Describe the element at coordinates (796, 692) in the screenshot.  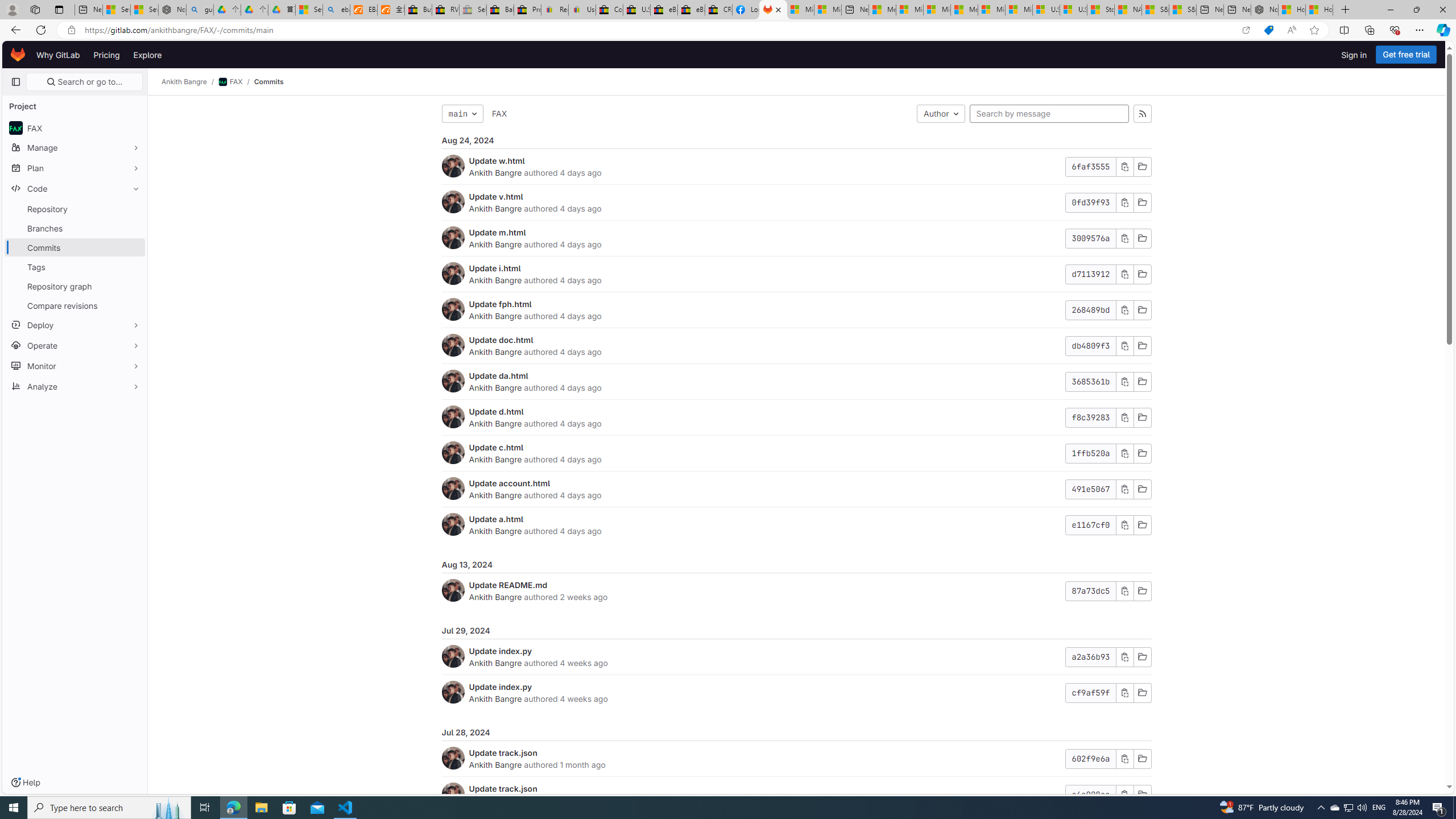
I see `'Update index.pyAnkith Bangre authored 4 weeks agocf9af59f'` at that location.